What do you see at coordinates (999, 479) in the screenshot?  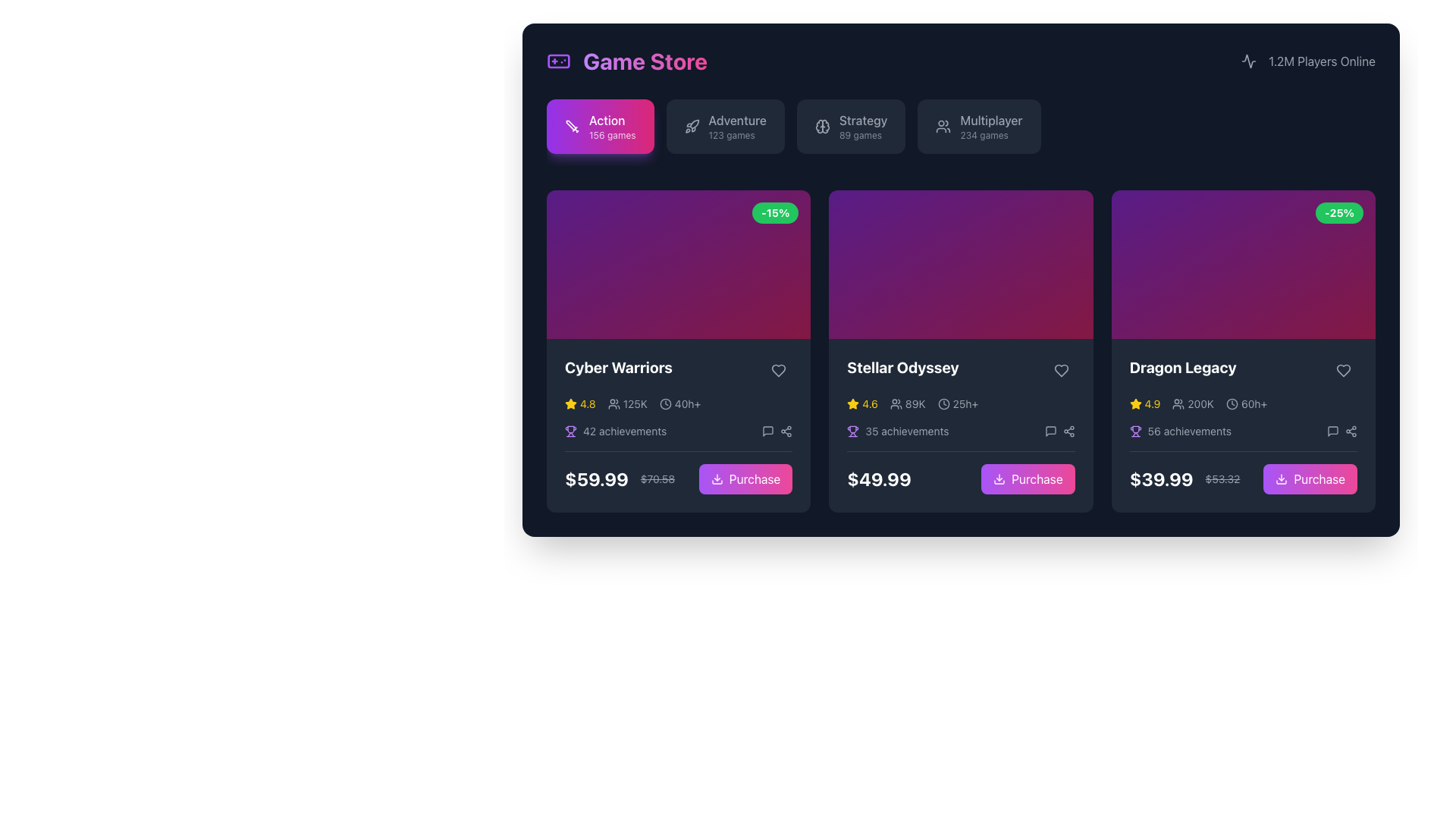 I see `the download icon within the 'Purchase' button of the second card for the game 'Stellar Odyssey' to initiate a download` at bounding box center [999, 479].